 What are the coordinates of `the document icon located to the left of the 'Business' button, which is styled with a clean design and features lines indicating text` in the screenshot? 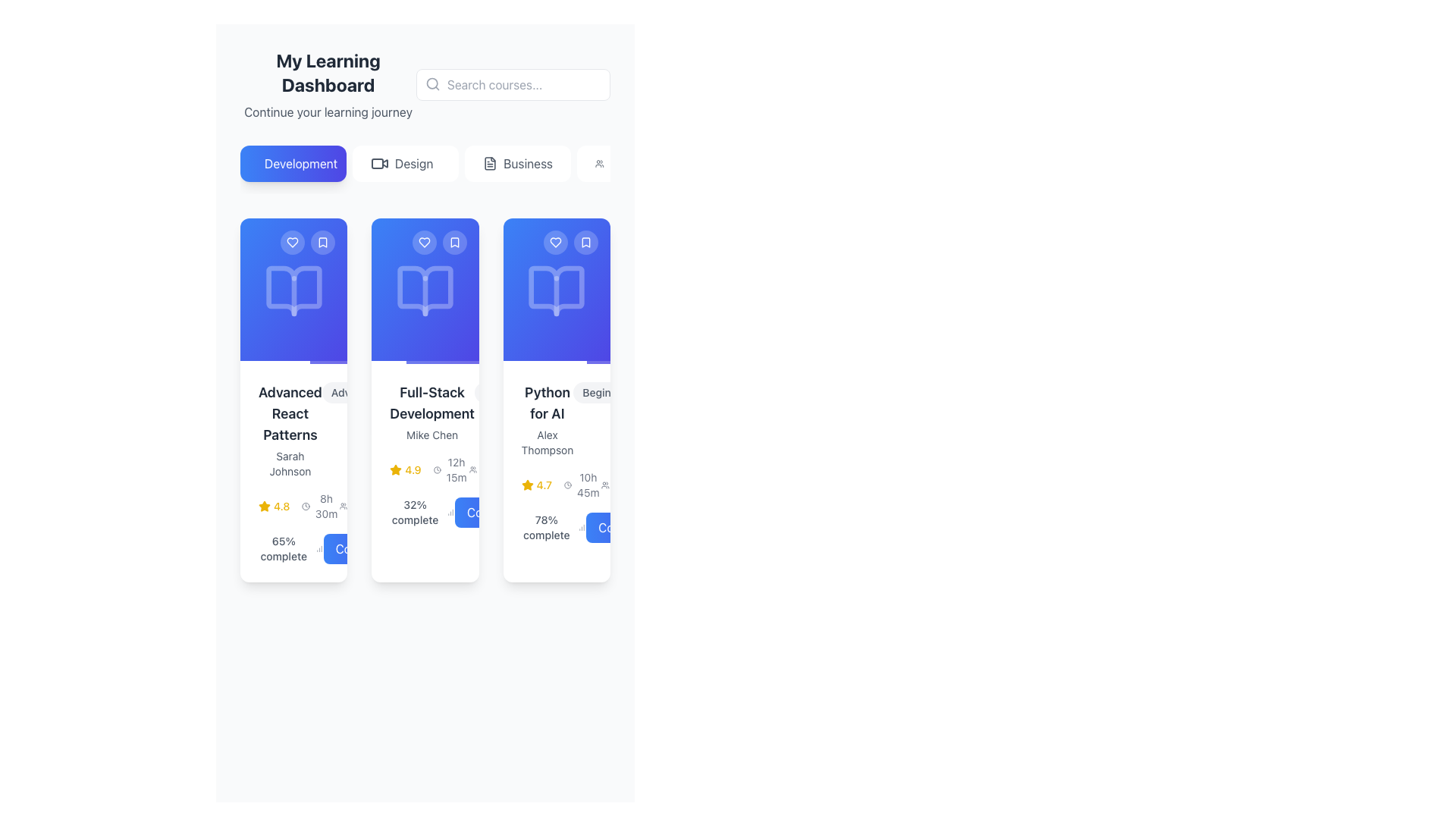 It's located at (490, 164).